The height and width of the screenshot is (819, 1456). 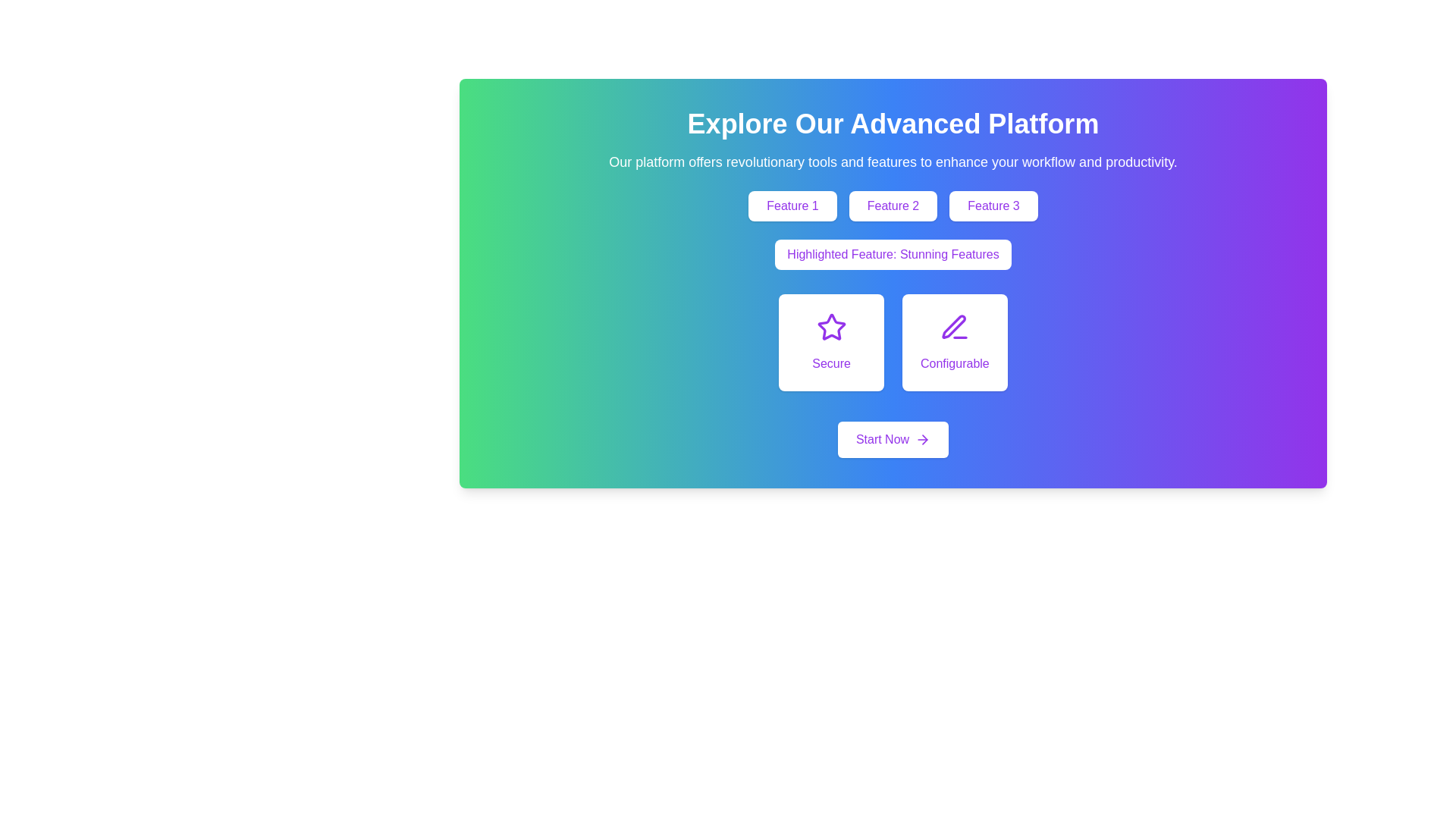 What do you see at coordinates (953, 342) in the screenshot?
I see `the informational button in the bottom right section of the grid layout under 'Explore Our Advanced Platform'` at bounding box center [953, 342].